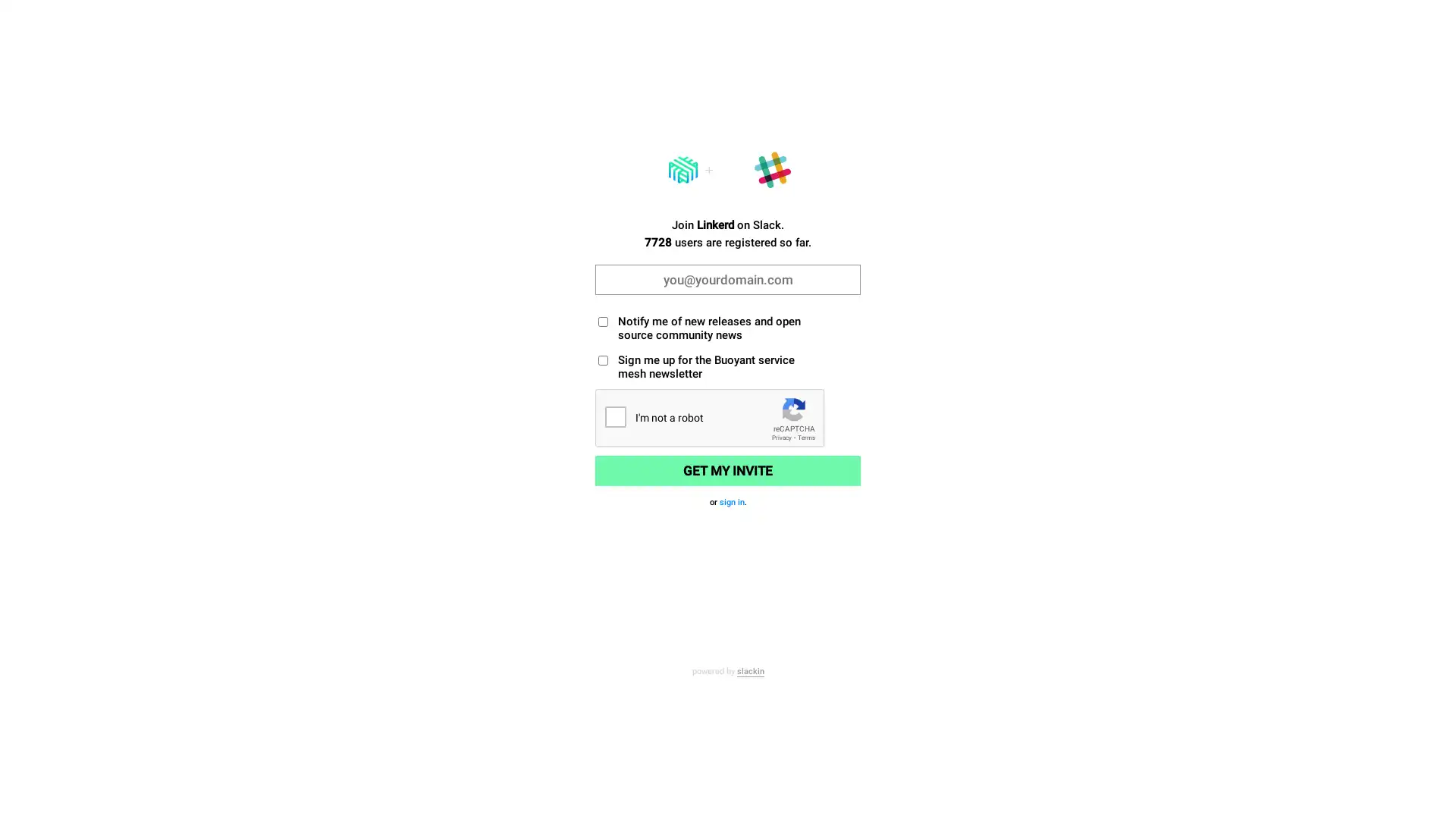 Image resolution: width=1456 pixels, height=819 pixels. What do you see at coordinates (728, 470) in the screenshot?
I see `GET MY INVITE` at bounding box center [728, 470].